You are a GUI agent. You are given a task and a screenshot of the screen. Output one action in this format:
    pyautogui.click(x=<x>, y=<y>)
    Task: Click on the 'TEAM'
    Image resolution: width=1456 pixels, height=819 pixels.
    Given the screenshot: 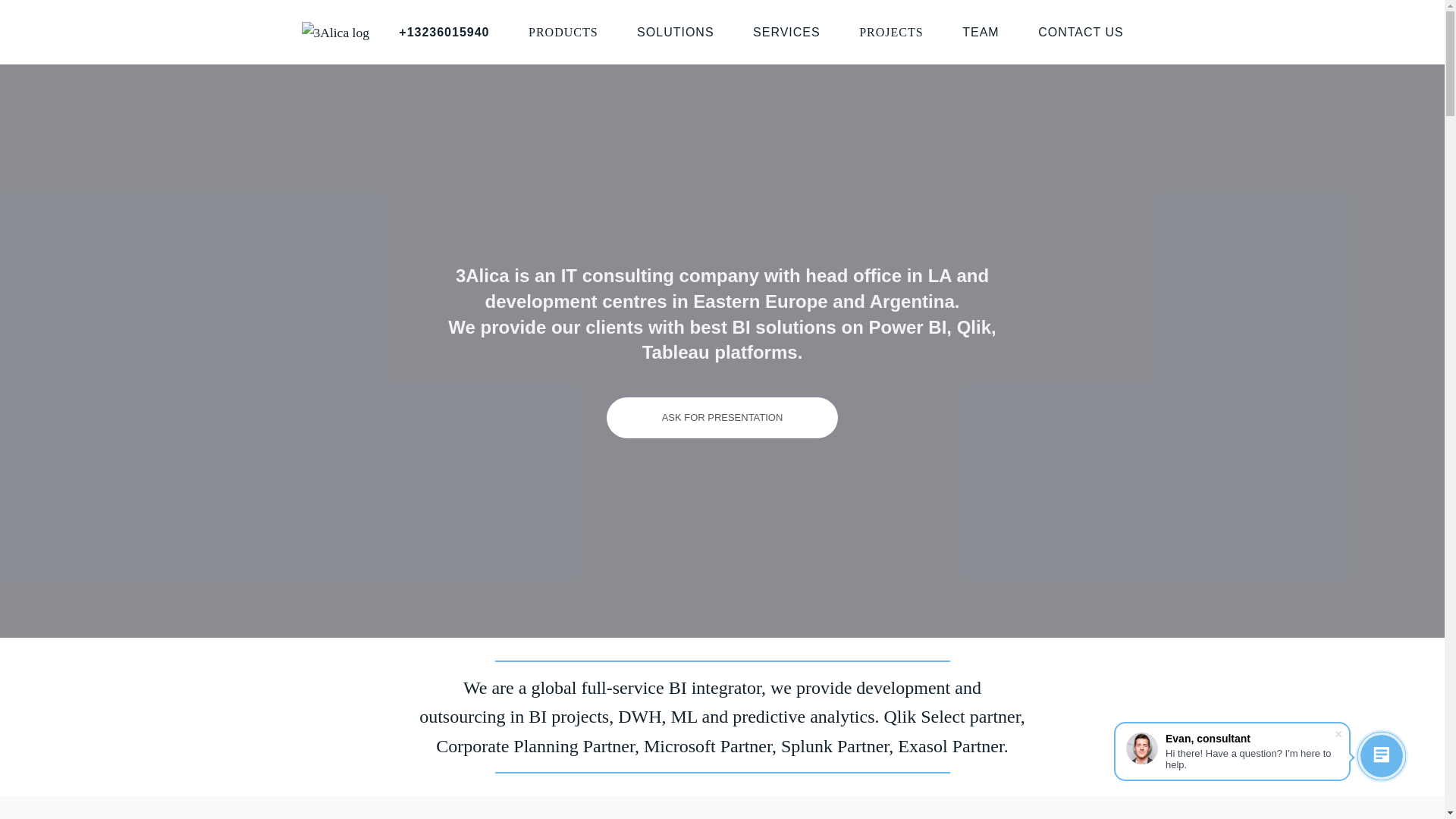 What is the action you would take?
    pyautogui.click(x=980, y=32)
    